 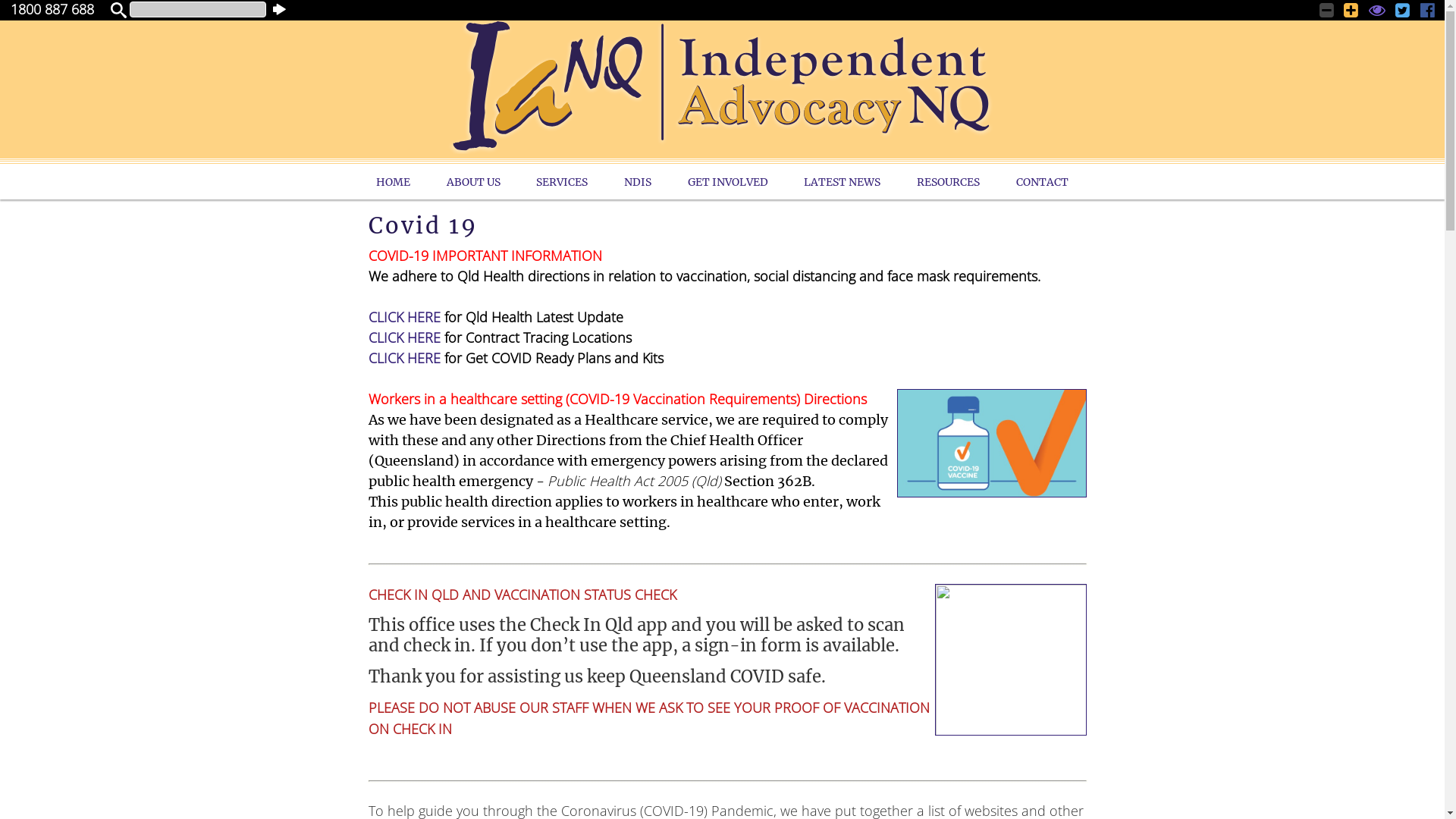 I want to click on 'HOME', so click(x=393, y=180).